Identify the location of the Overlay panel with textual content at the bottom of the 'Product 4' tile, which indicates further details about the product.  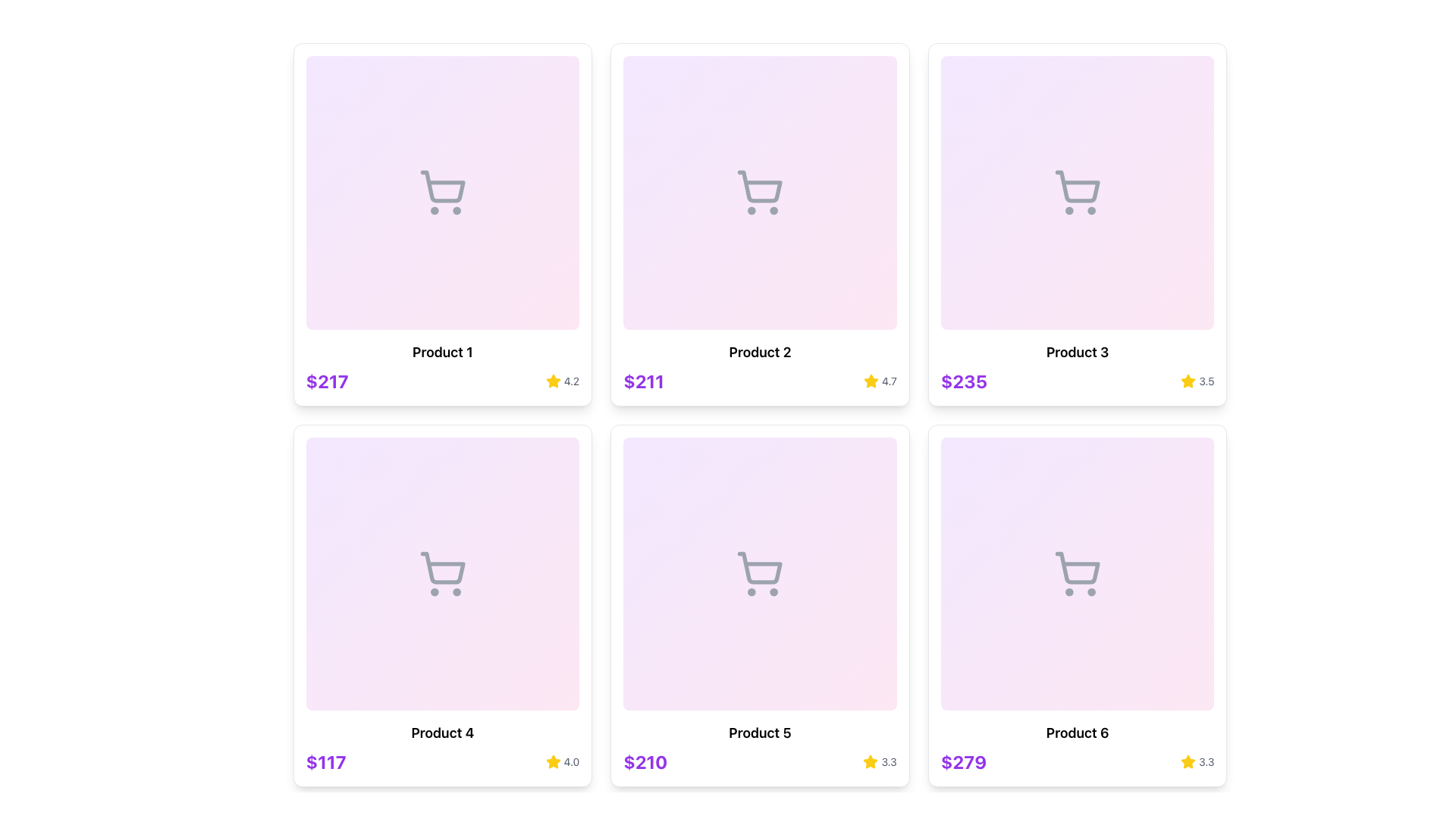
(441, 725).